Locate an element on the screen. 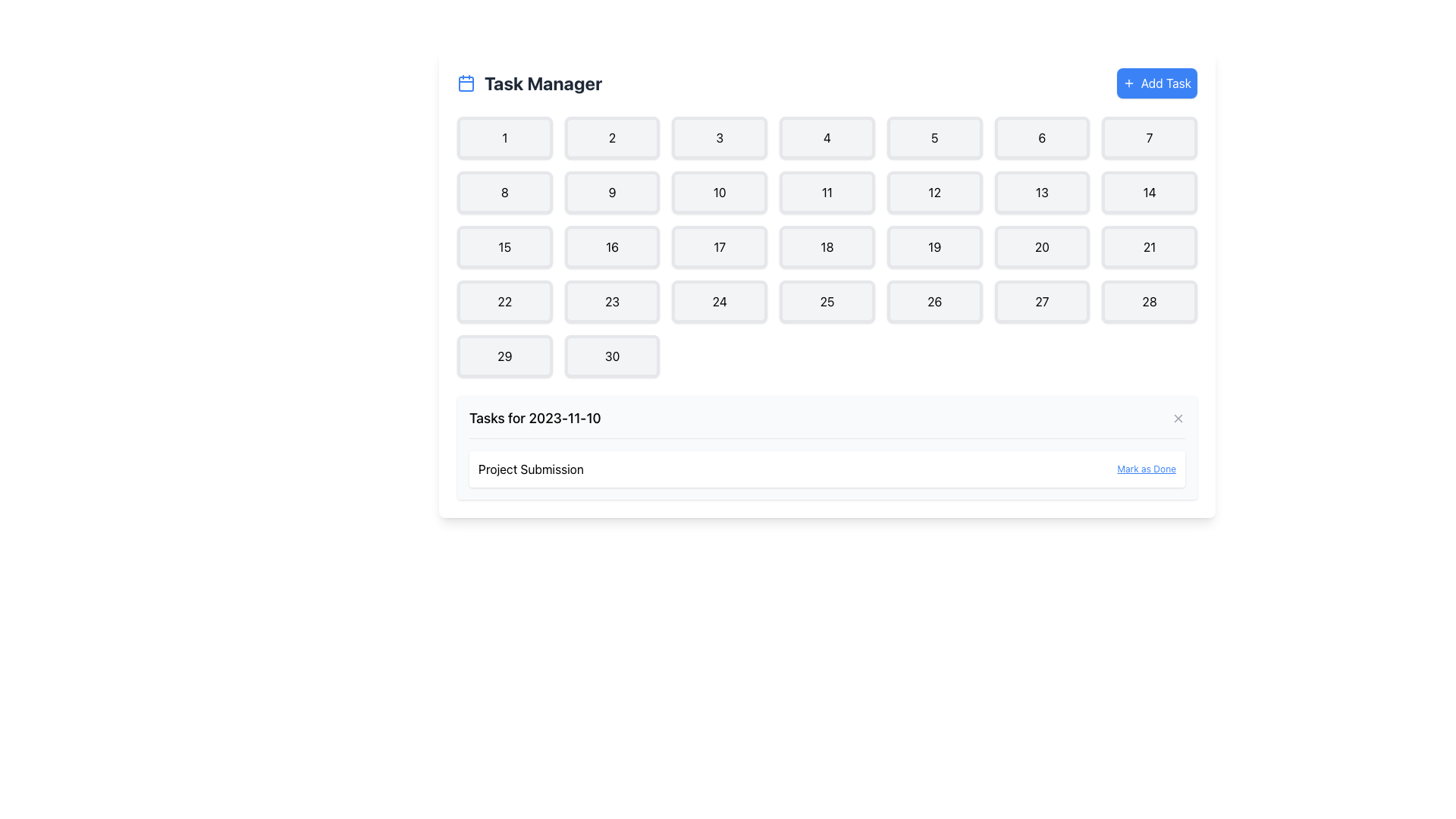 Image resolution: width=1456 pixels, height=819 pixels. the button representing the selectable option for day '4' in the calendar interface is located at coordinates (826, 137).